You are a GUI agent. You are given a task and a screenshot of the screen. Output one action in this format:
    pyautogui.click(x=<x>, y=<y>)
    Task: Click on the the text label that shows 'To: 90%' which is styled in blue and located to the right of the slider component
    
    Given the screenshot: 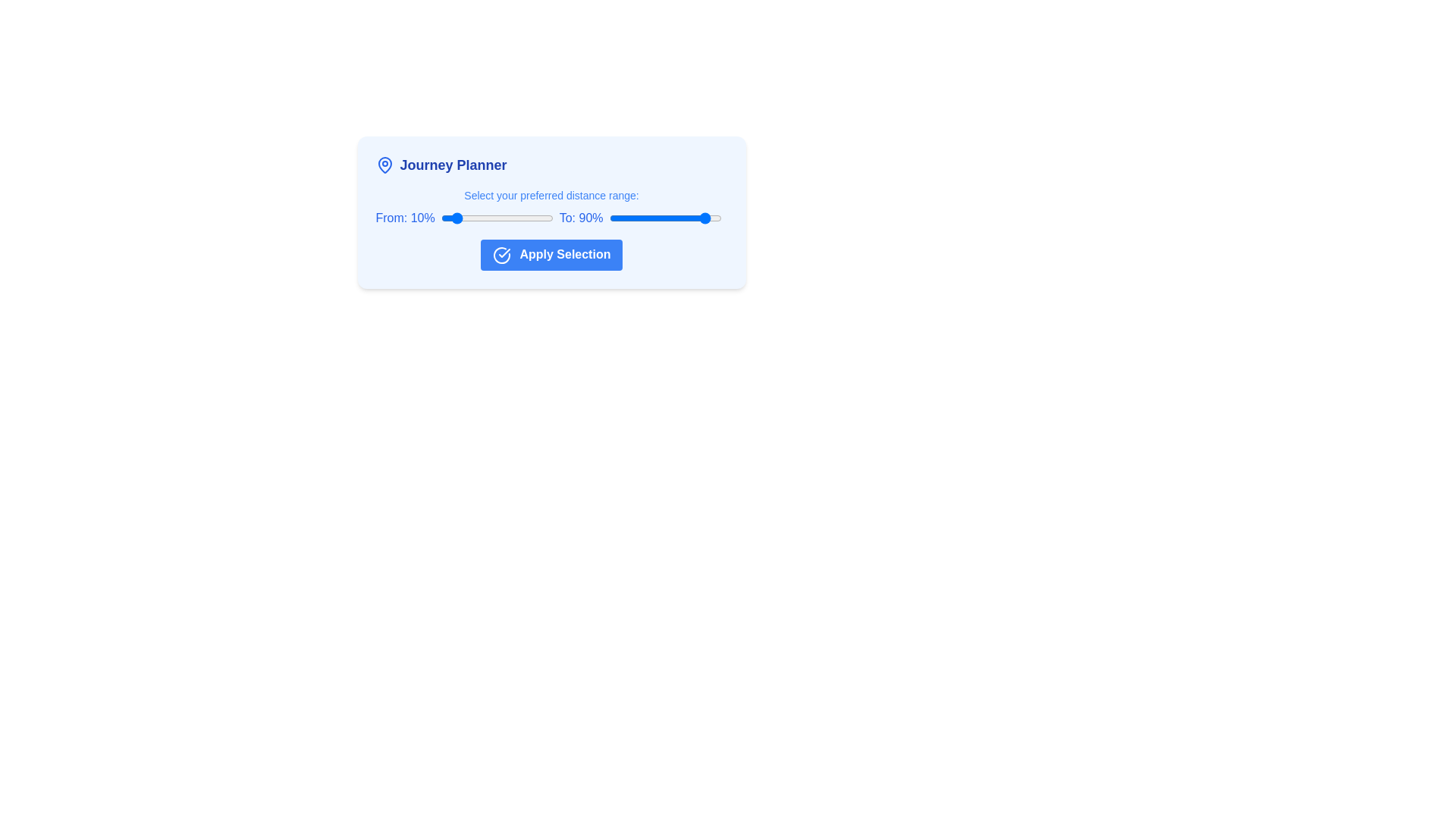 What is the action you would take?
    pyautogui.click(x=580, y=218)
    